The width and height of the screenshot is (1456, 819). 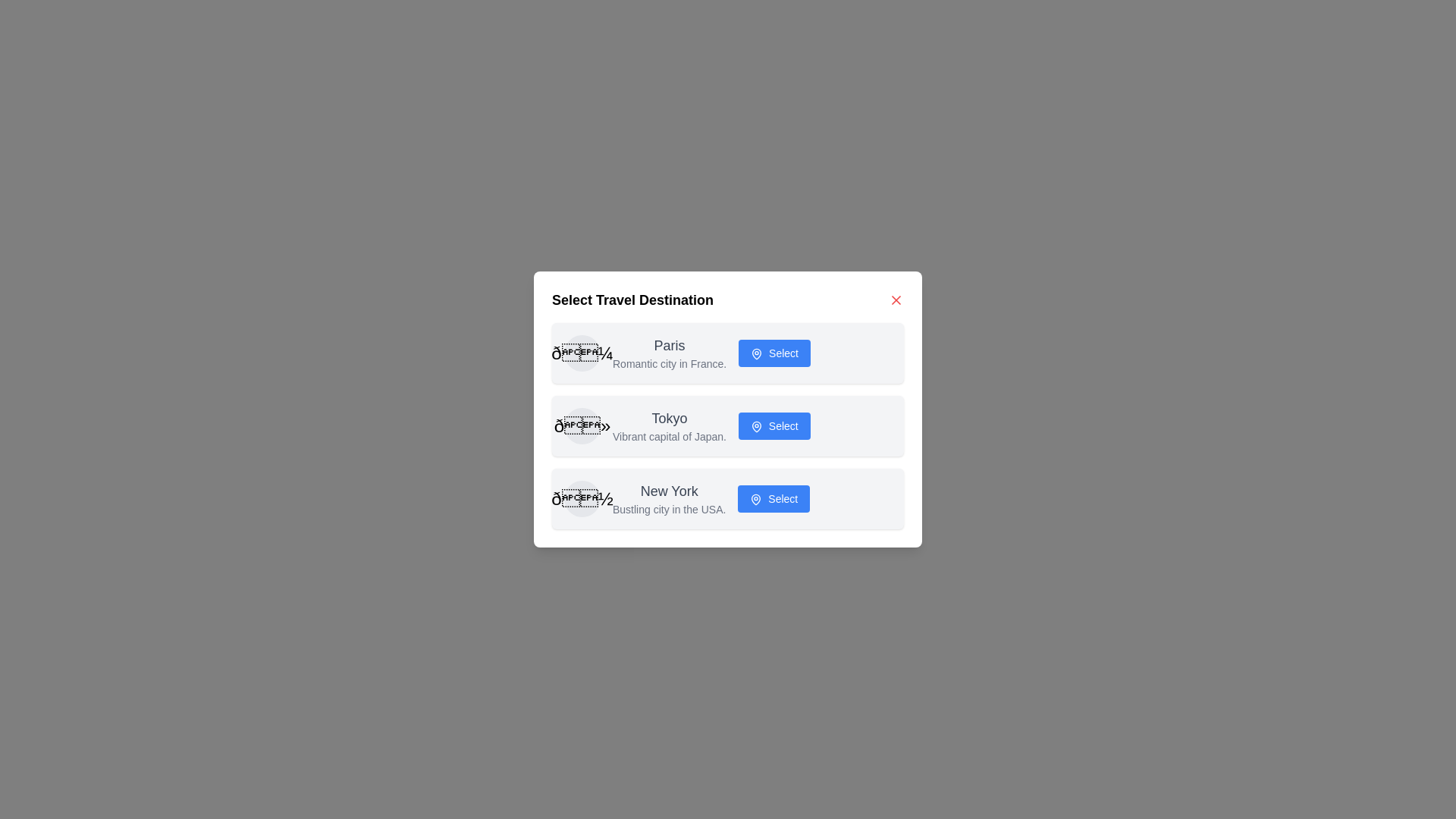 What do you see at coordinates (773, 499) in the screenshot?
I see `'Select' button for the destination New York` at bounding box center [773, 499].